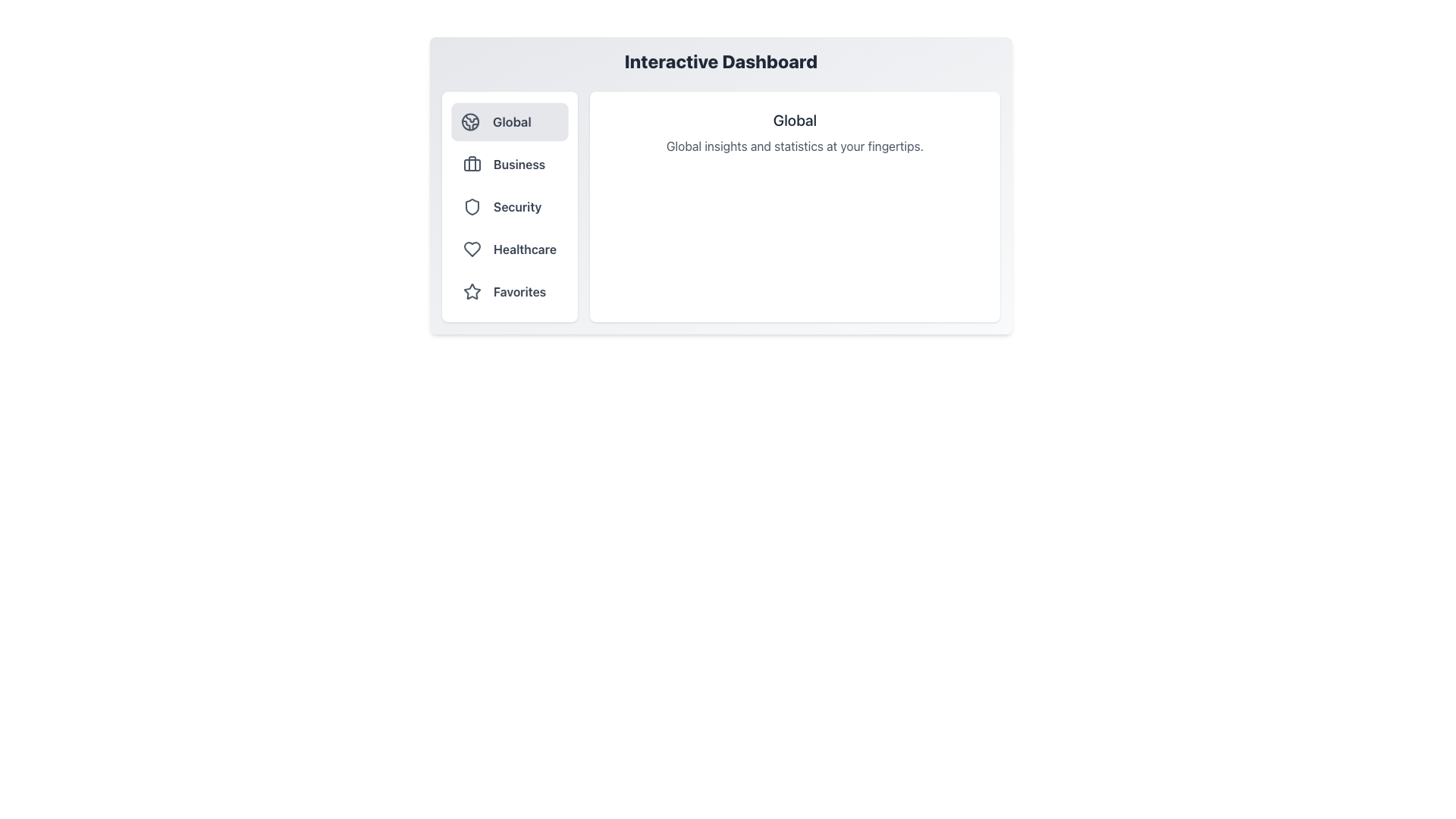  Describe the element at coordinates (510, 164) in the screenshot. I see `the navigational menu item for 'Business' located in the sidebar menu` at that location.